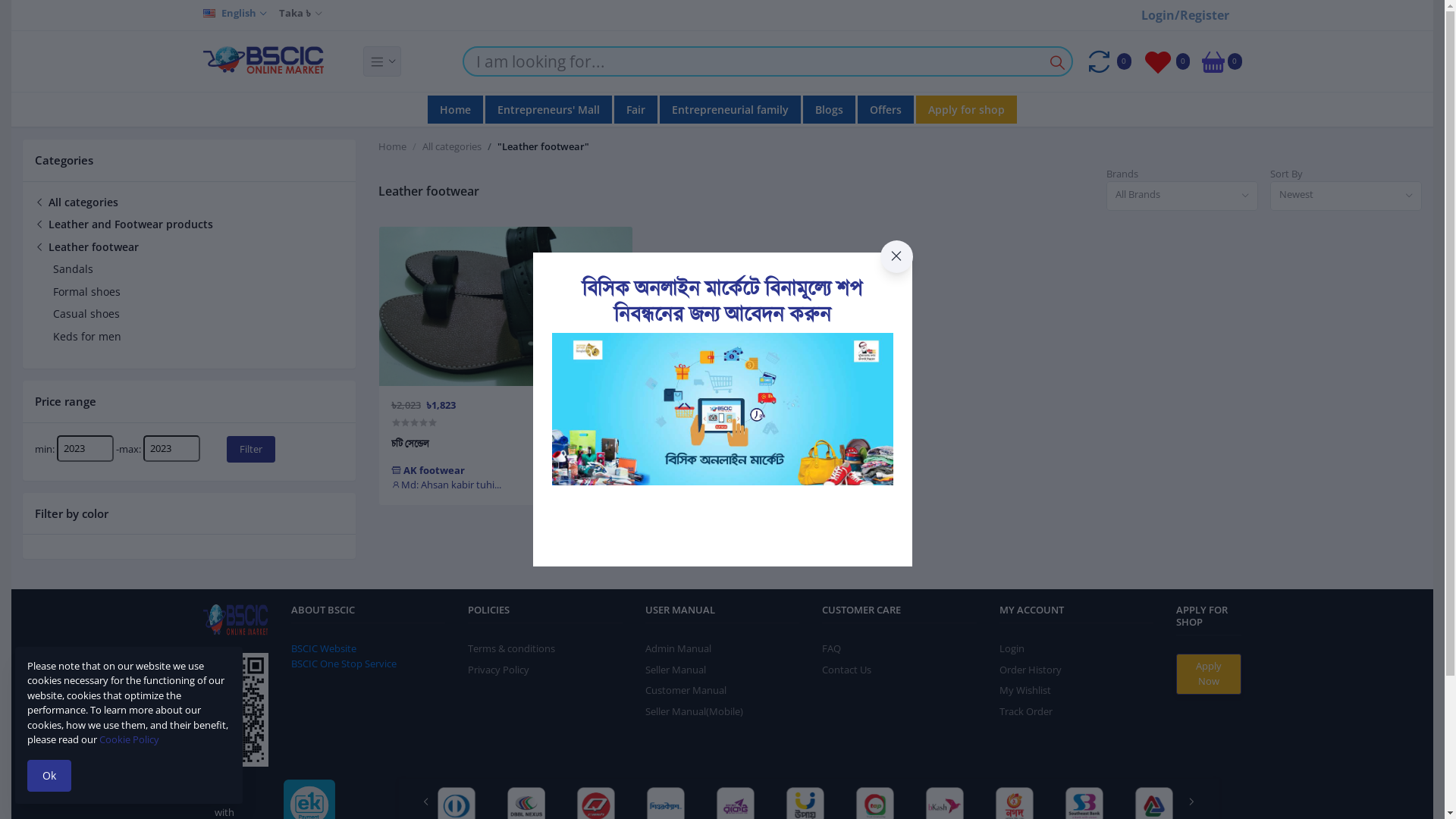 The image size is (1456, 819). Describe the element at coordinates (858, 108) in the screenshot. I see `'Offers'` at that location.